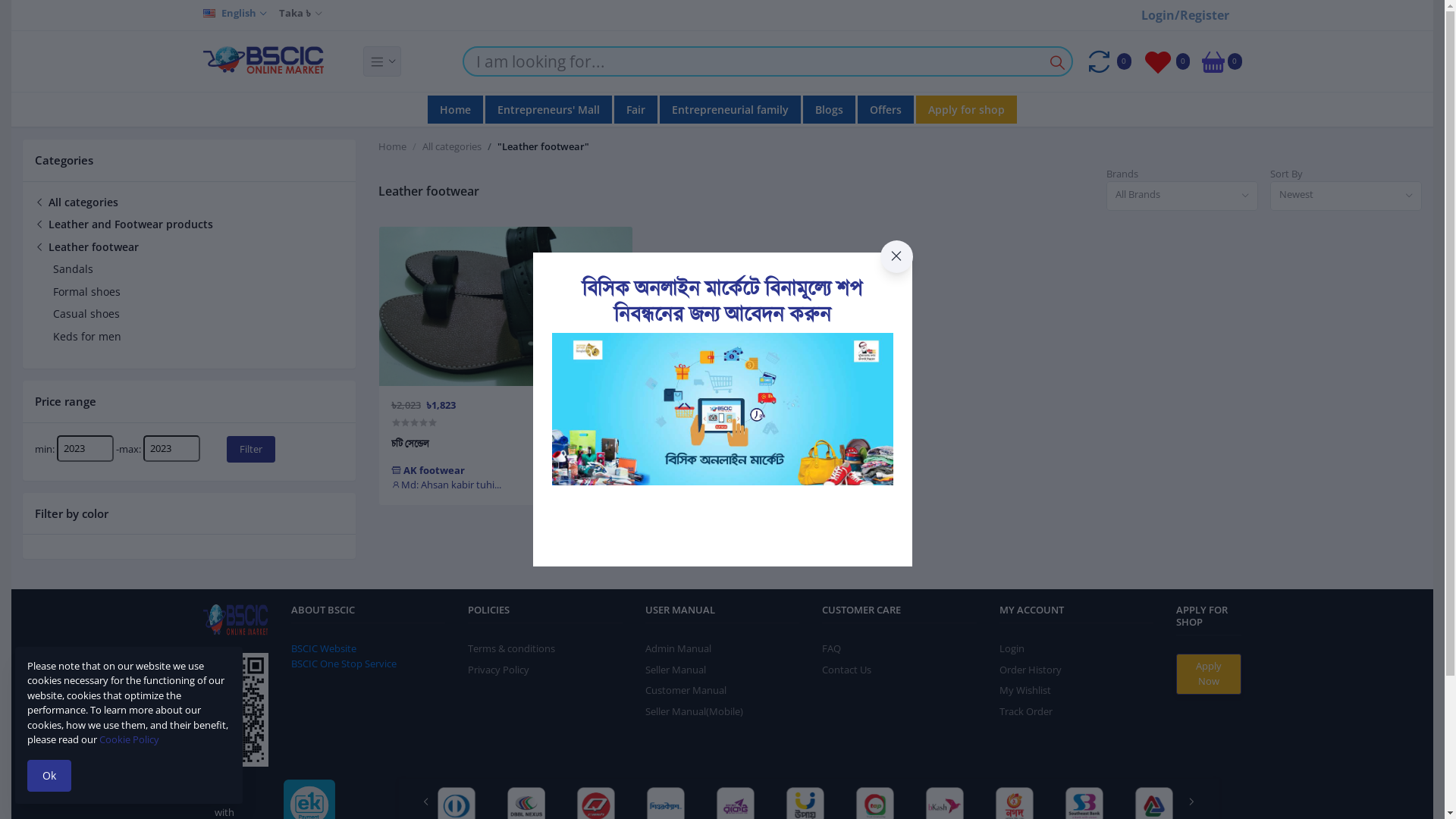 The image size is (1456, 819). Describe the element at coordinates (858, 108) in the screenshot. I see `'Offers'` at that location.